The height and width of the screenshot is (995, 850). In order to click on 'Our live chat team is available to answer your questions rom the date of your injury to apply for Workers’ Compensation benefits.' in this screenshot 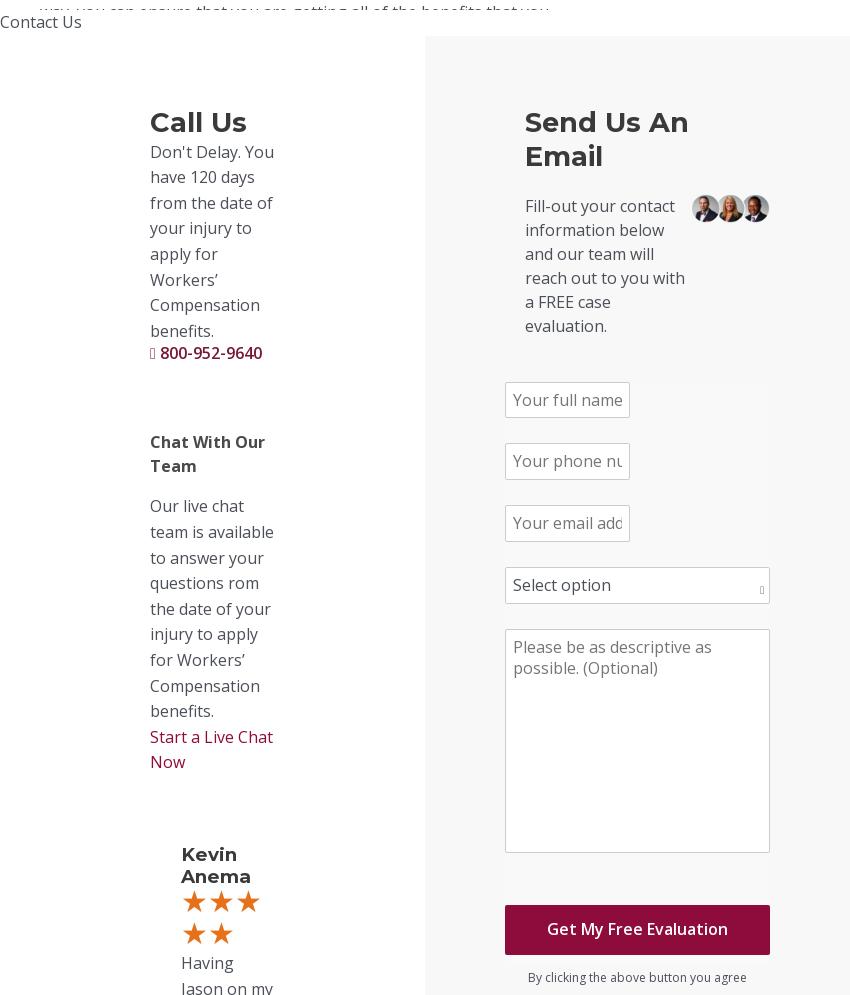, I will do `click(210, 607)`.